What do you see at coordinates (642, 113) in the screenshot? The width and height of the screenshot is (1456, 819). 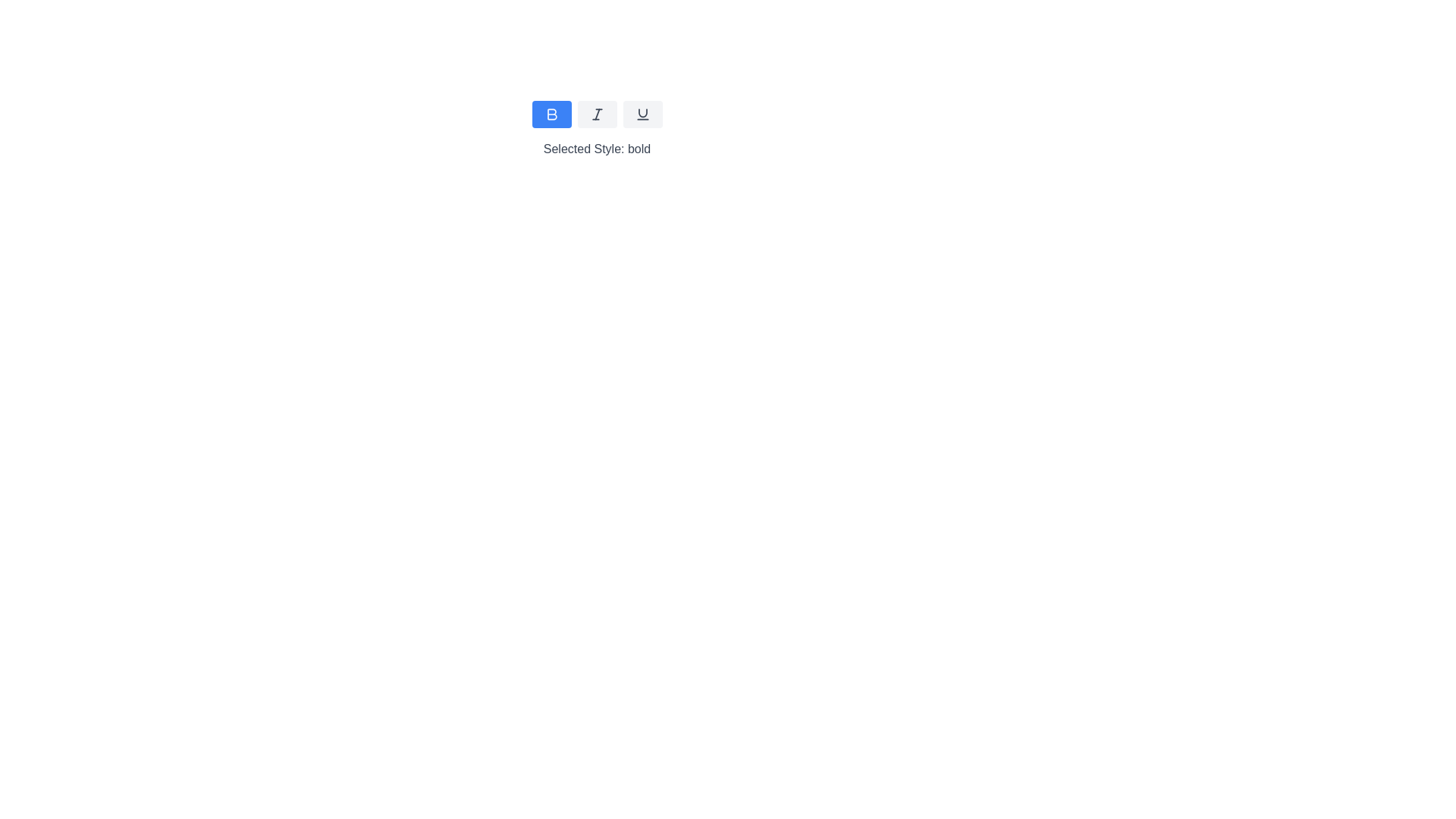 I see `the 'Underline' button to select the underline style` at bounding box center [642, 113].